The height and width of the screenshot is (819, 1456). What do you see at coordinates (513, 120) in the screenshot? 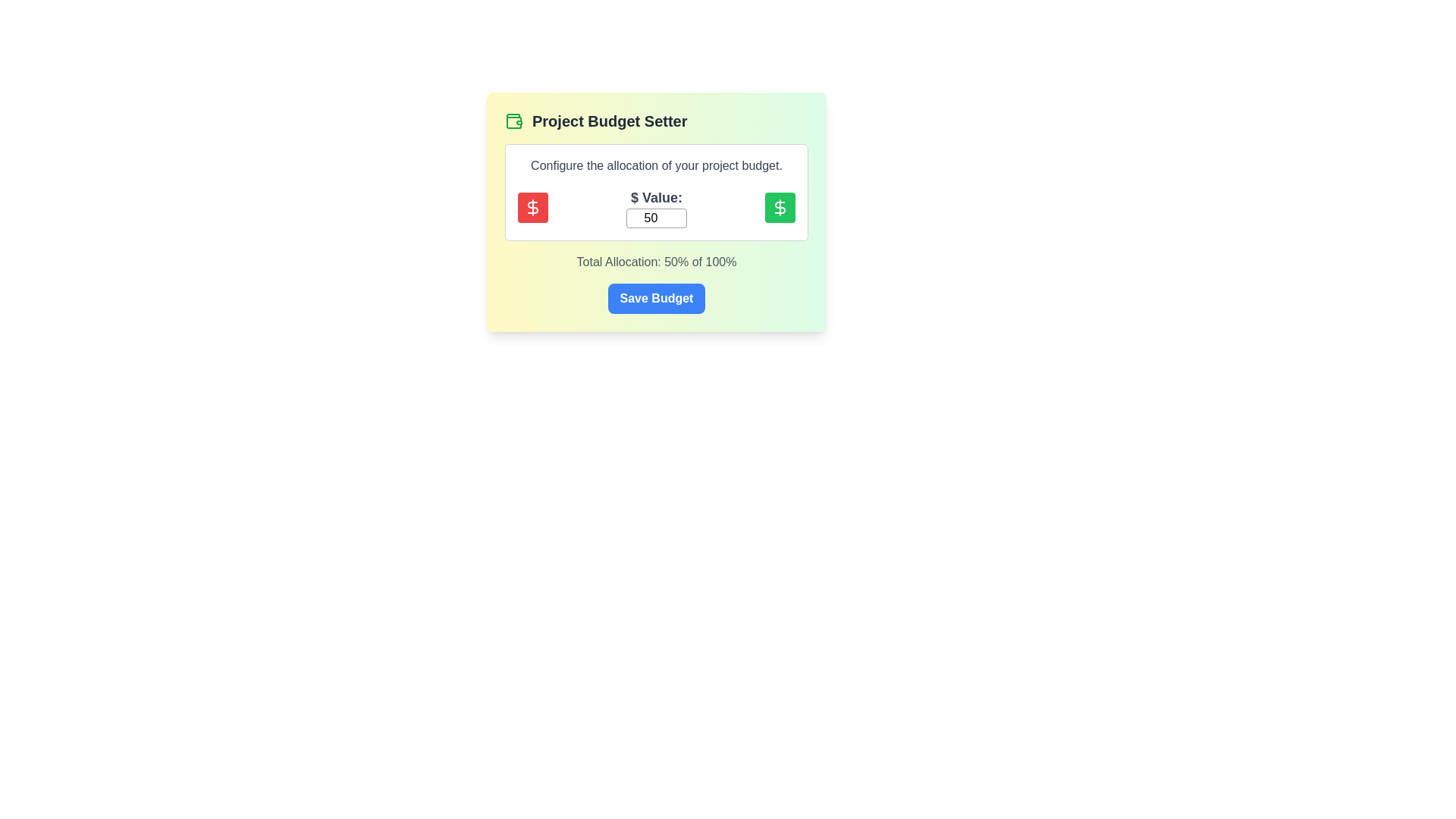
I see `the wallet icon with a green outline located at the top-left corner of the 'Project Budget Setter' card, adjacent to the header text` at bounding box center [513, 120].